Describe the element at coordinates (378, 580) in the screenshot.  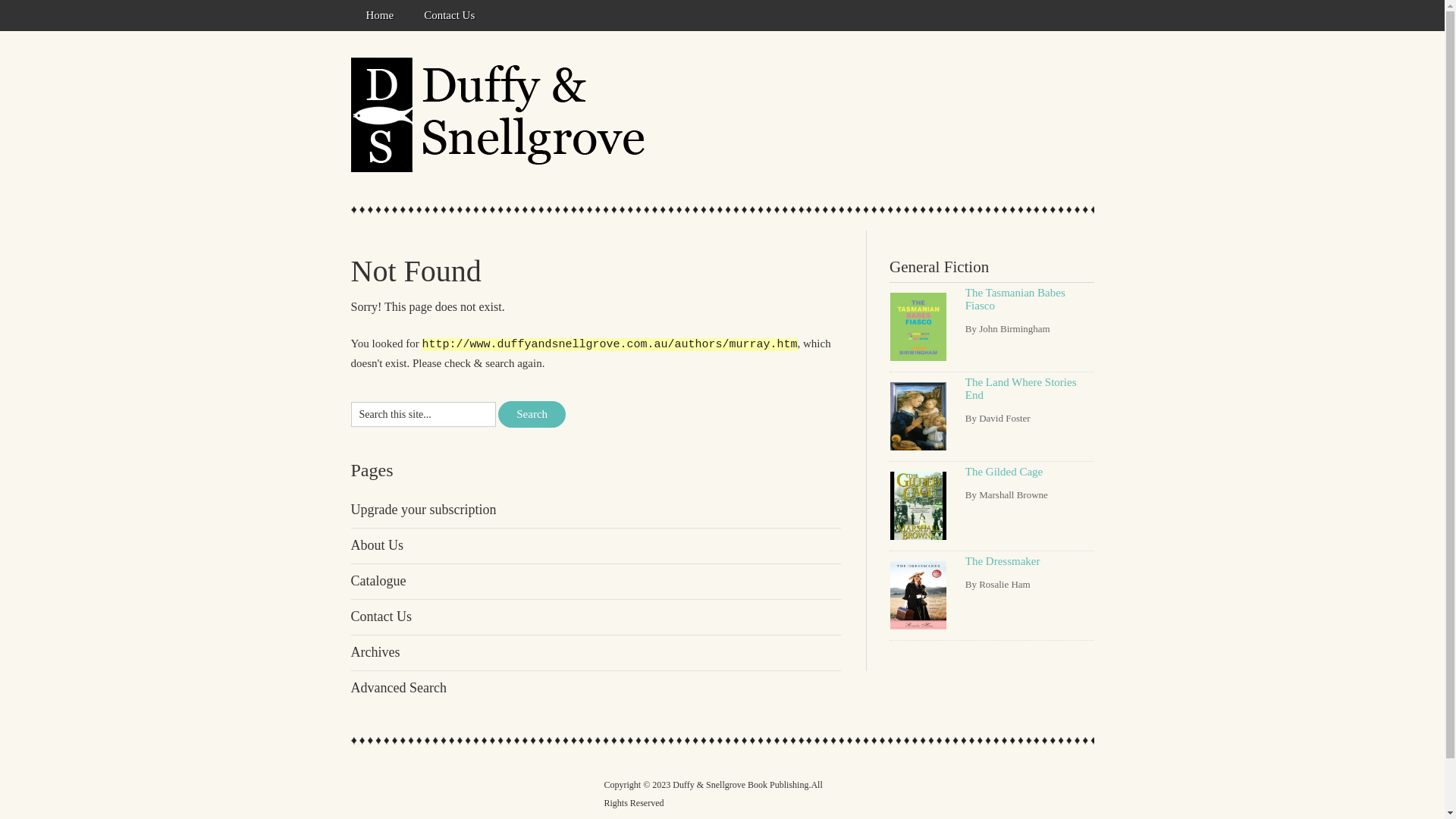
I see `'Catalogue'` at that location.